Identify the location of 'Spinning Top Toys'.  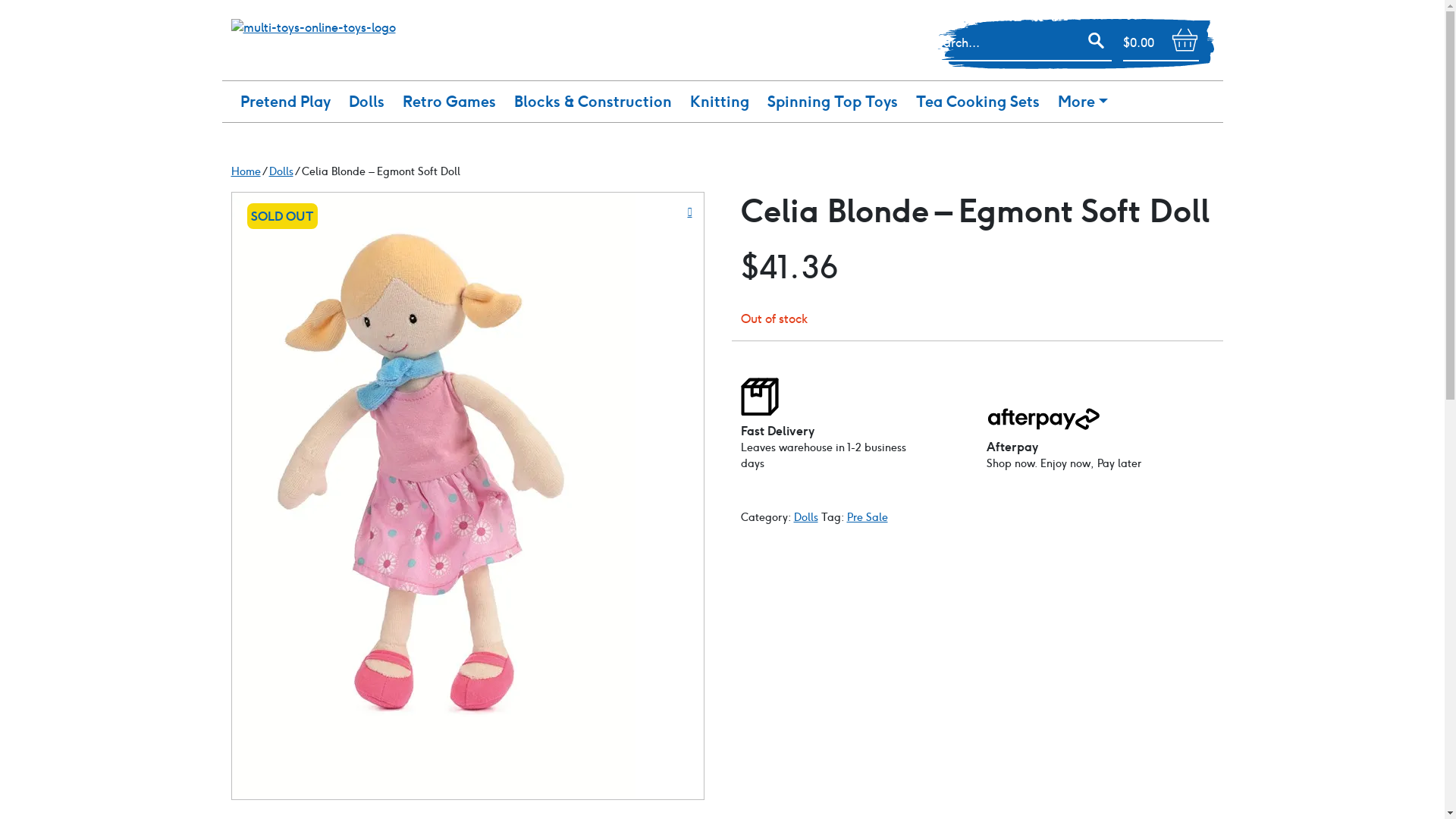
(758, 102).